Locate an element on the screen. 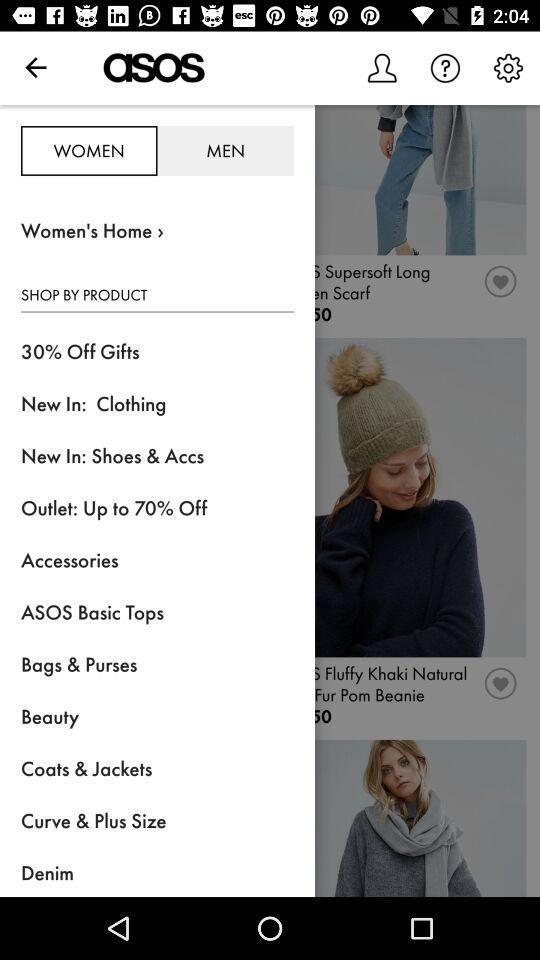 The width and height of the screenshot is (540, 960). the favorites icon which is below the first image is located at coordinates (500, 287).